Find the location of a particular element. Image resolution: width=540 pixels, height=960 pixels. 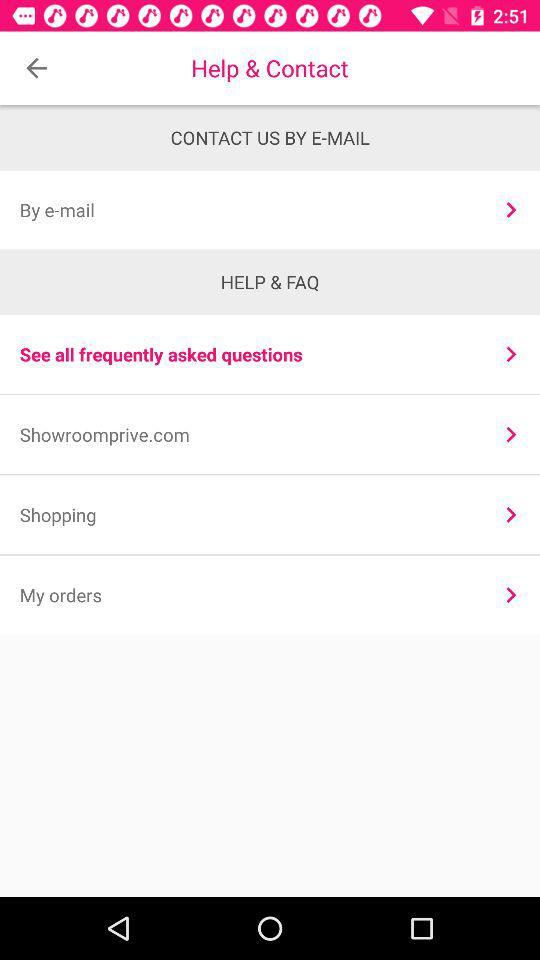

item above the contact us by icon is located at coordinates (36, 68).